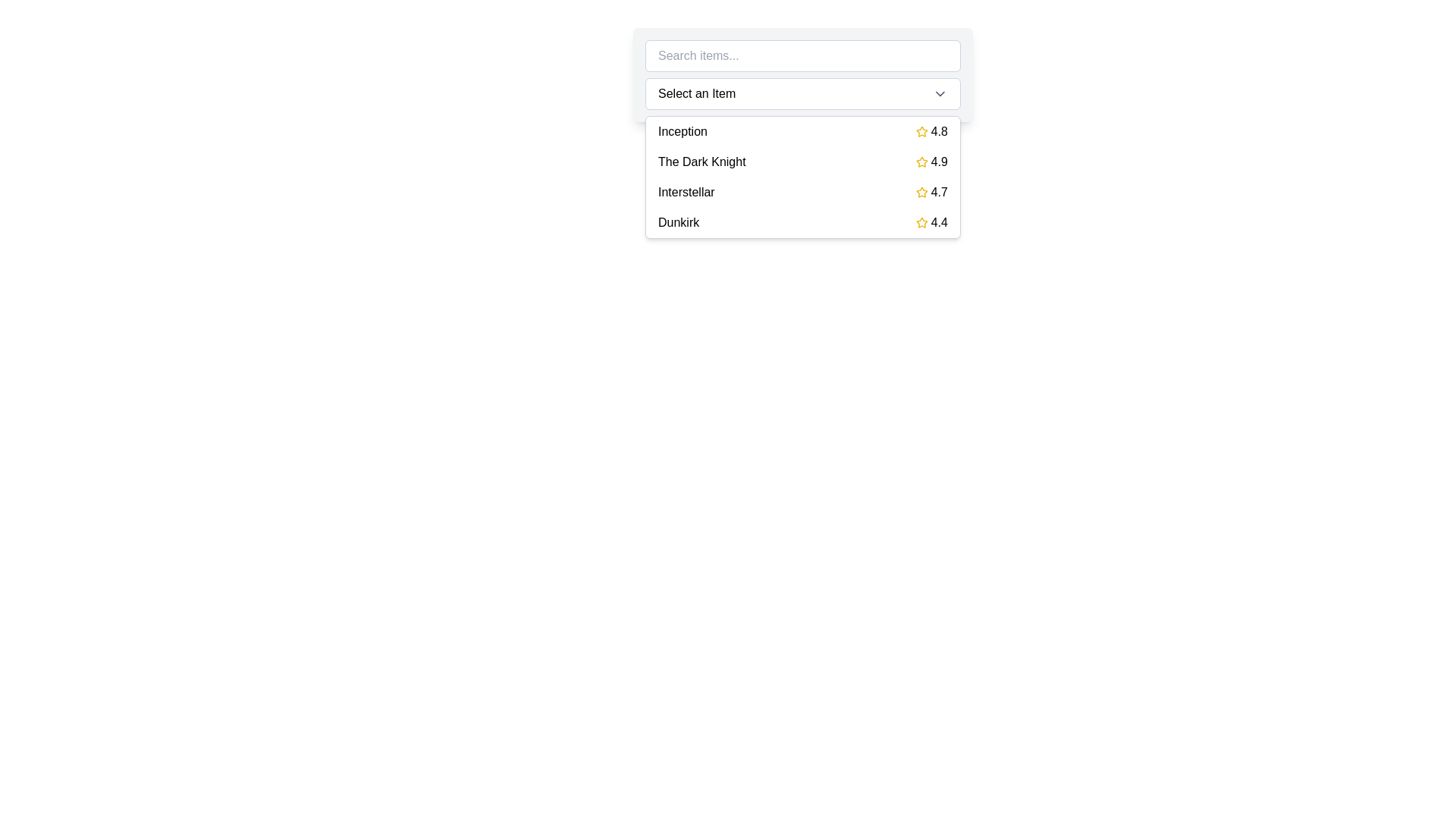 Image resolution: width=1456 pixels, height=819 pixels. Describe the element at coordinates (930, 192) in the screenshot. I see `the rating display for the item 'Interstellar' located on the right side of its dropdown list under the 'Select an Item' input field` at that location.